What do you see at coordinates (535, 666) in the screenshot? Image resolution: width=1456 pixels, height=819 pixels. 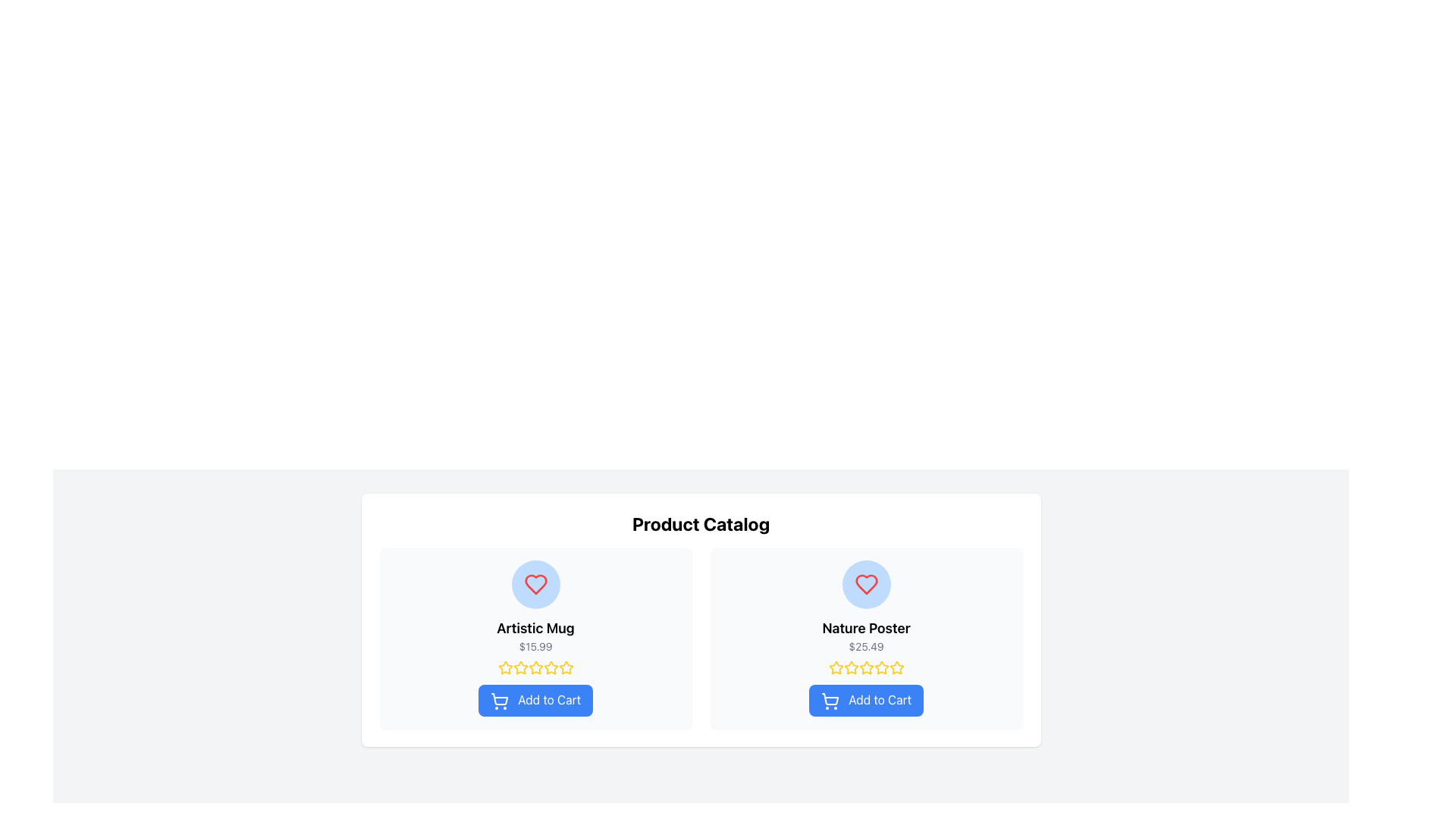 I see `the first rating star icon located under the product title 'Artistic Mug' and price '$15.99'` at bounding box center [535, 666].